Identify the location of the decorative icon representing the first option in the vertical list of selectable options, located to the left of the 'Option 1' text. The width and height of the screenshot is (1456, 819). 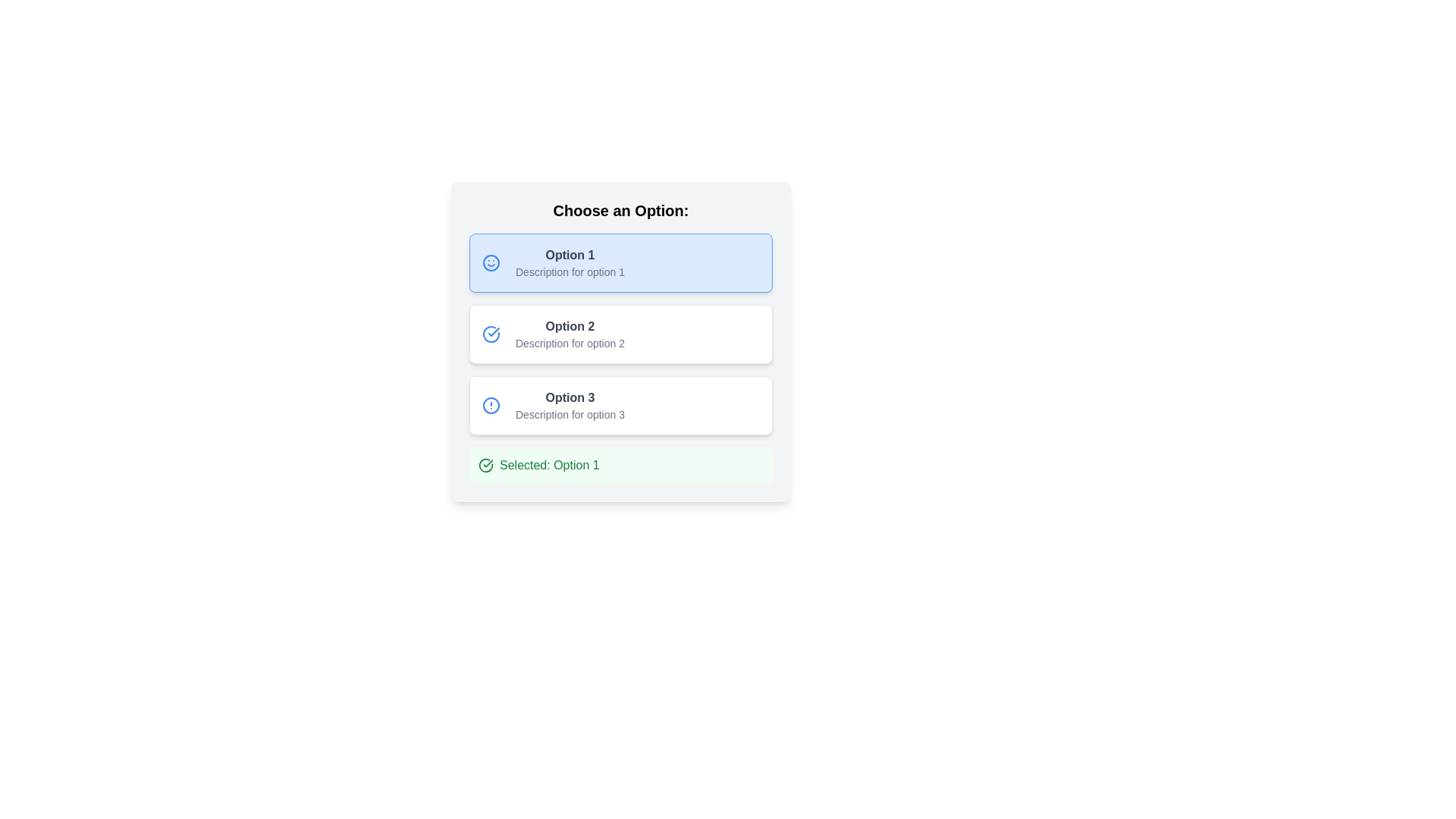
(491, 262).